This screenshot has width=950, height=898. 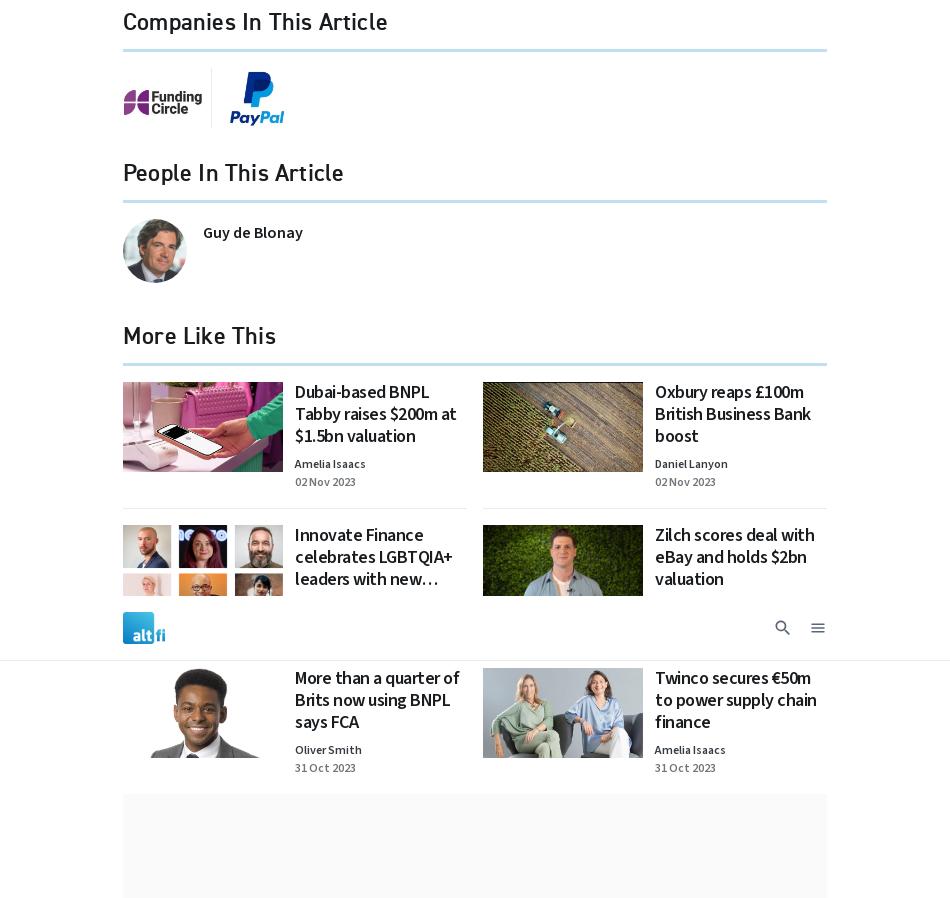 What do you see at coordinates (736, 243) in the screenshot?
I see `'Changing Digital'` at bounding box center [736, 243].